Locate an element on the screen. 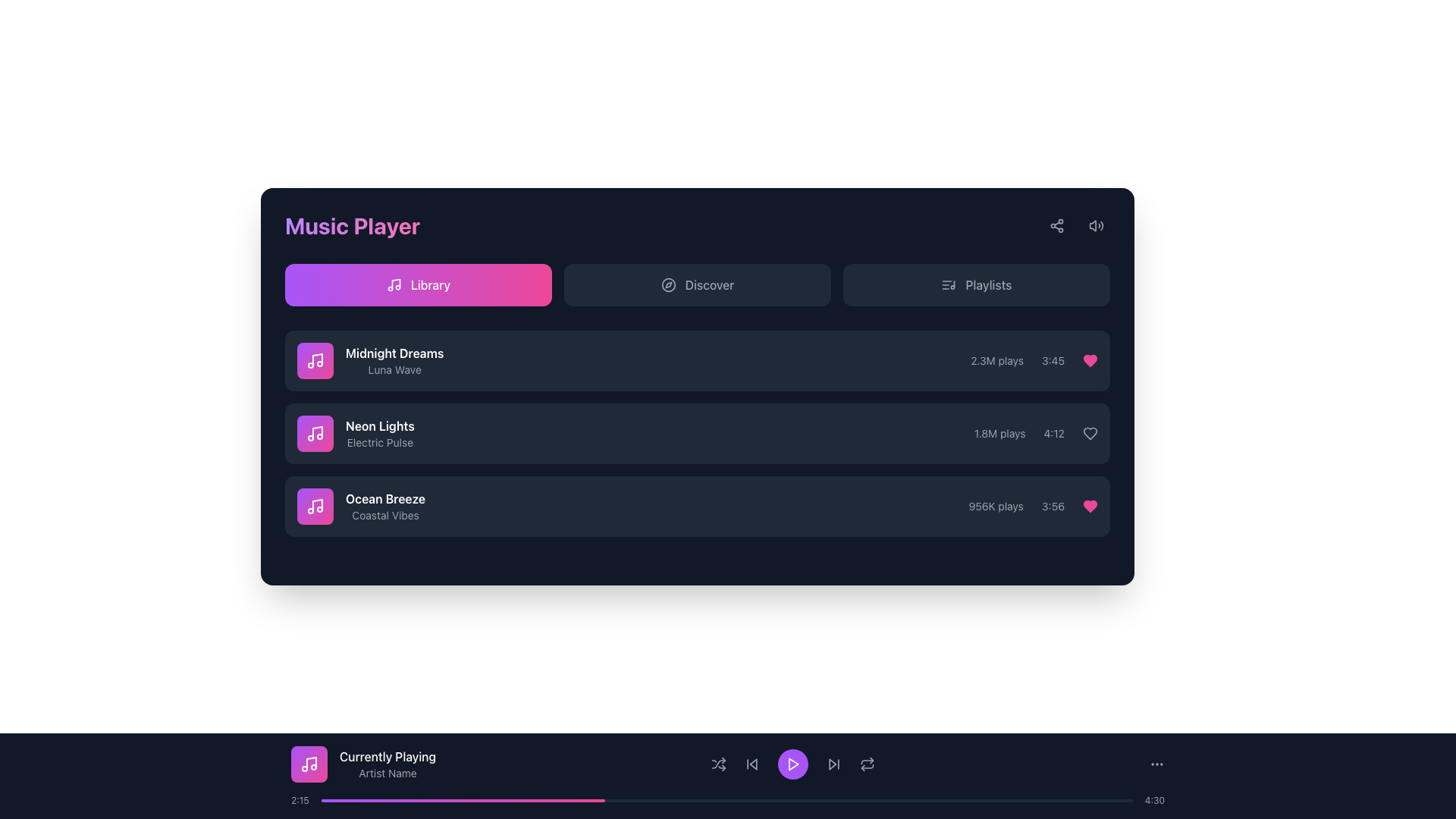 The height and width of the screenshot is (819, 1456). the square-shaped icon with a gradient background transitioning from purple to pink, containing a white music note icon, located to the left of the text 'Ocean Breeze' in the music list is located at coordinates (315, 506).